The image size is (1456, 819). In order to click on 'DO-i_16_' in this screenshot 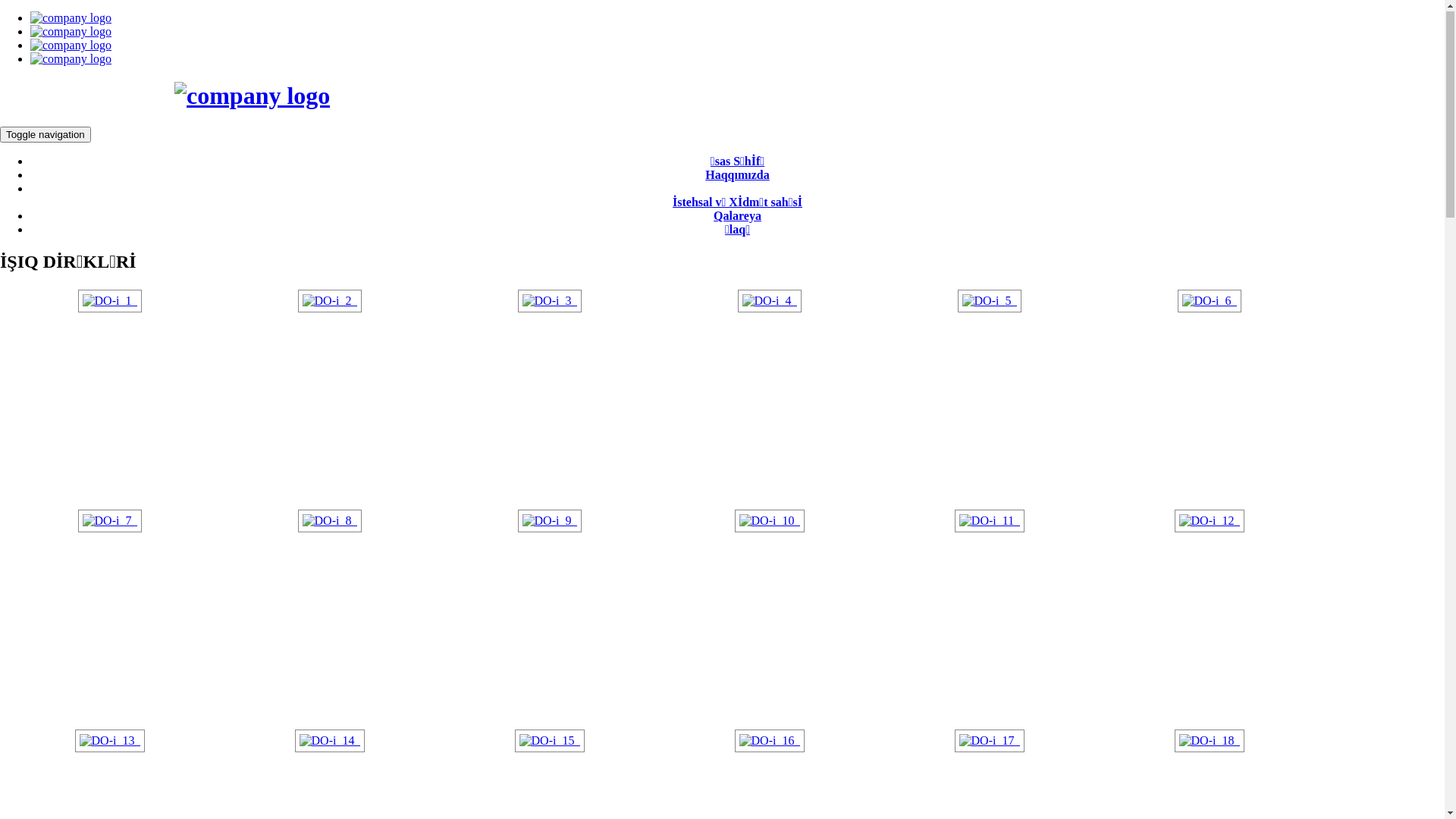, I will do `click(770, 740)`.